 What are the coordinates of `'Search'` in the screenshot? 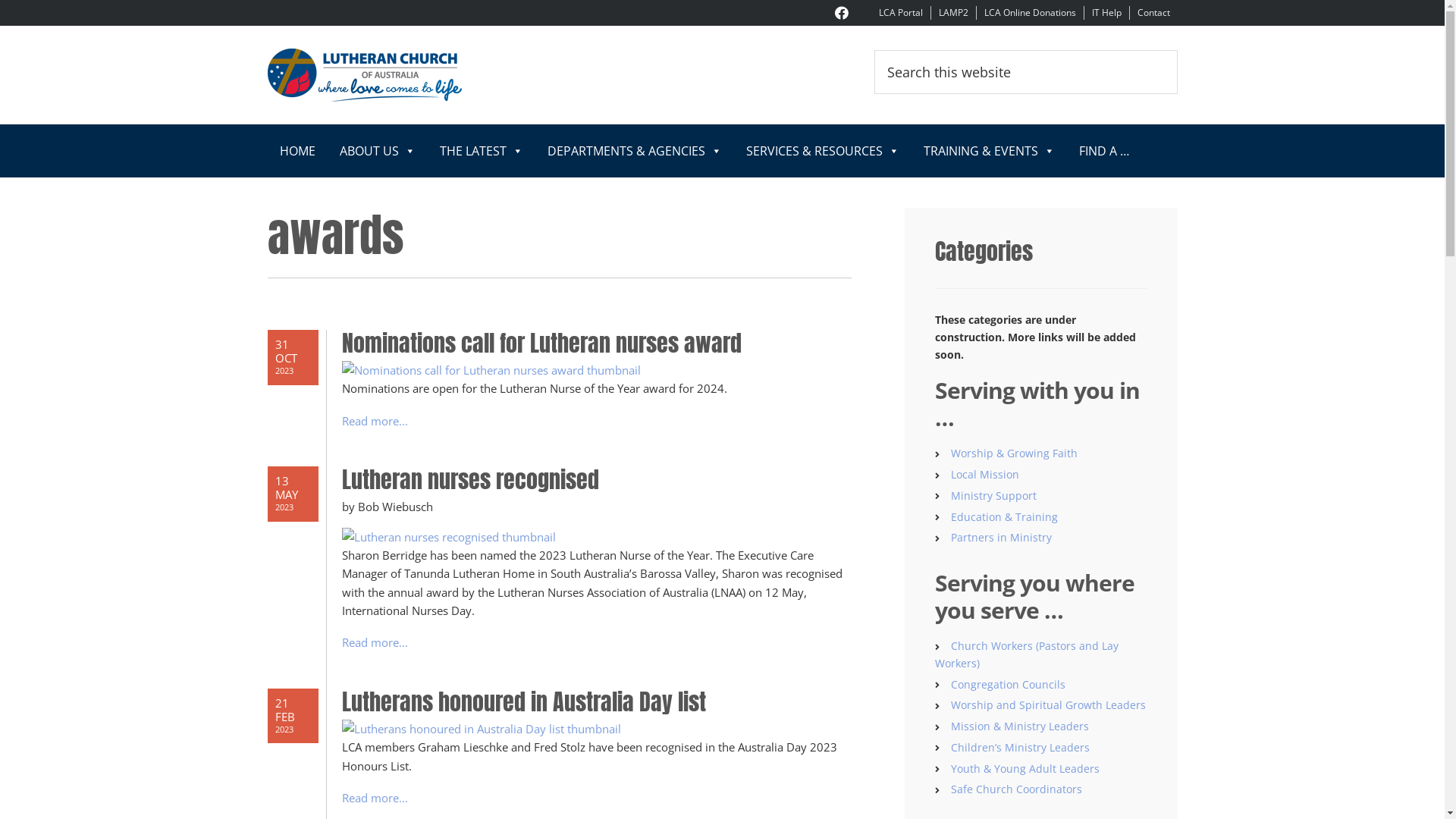 It's located at (1176, 49).